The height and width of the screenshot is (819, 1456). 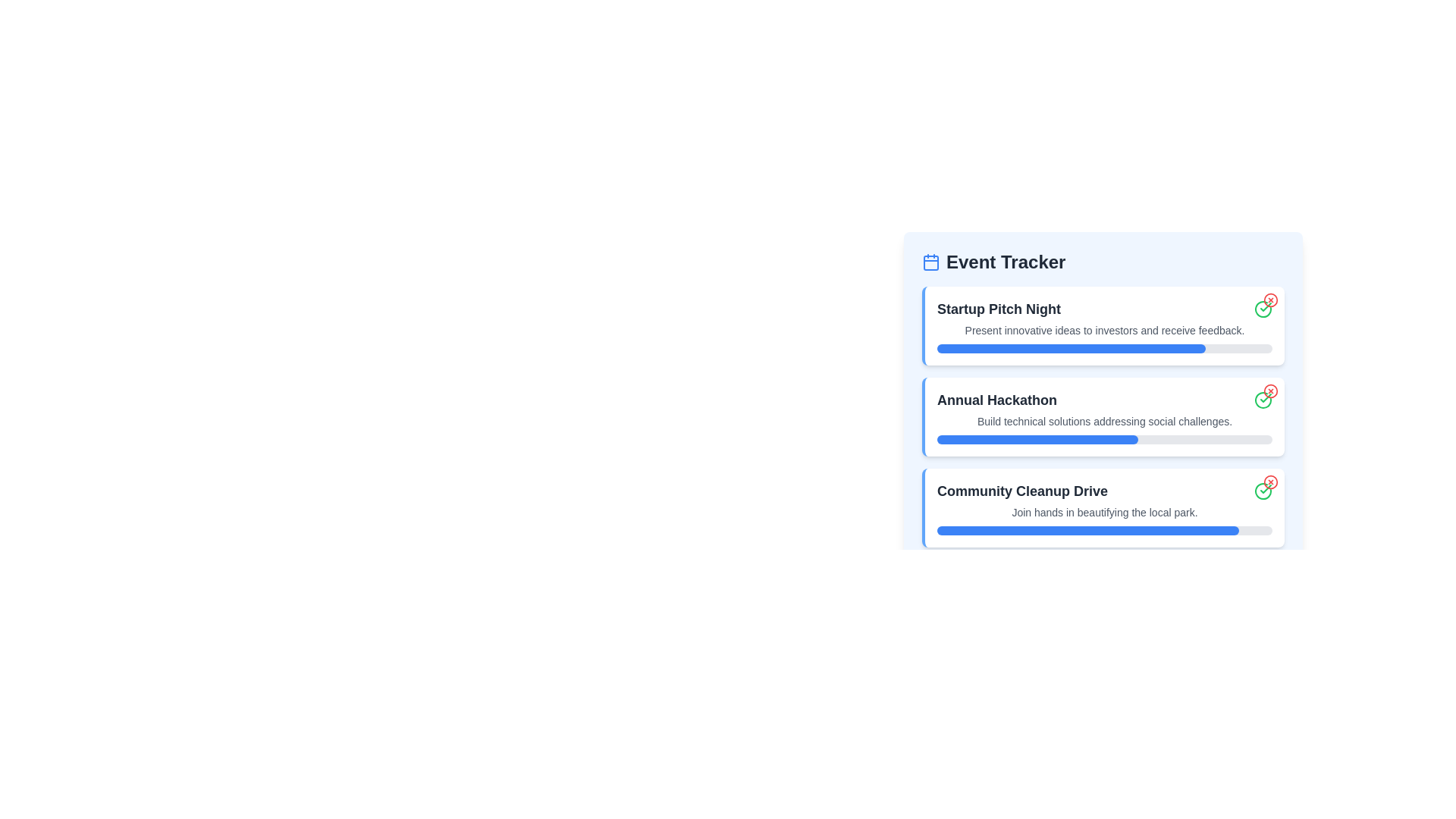 I want to click on the Progress Bar located in the 'Startup Pitch Night' section, directly below the description 'Present innovative ideas to investors and receive feedback.', so click(x=1105, y=348).